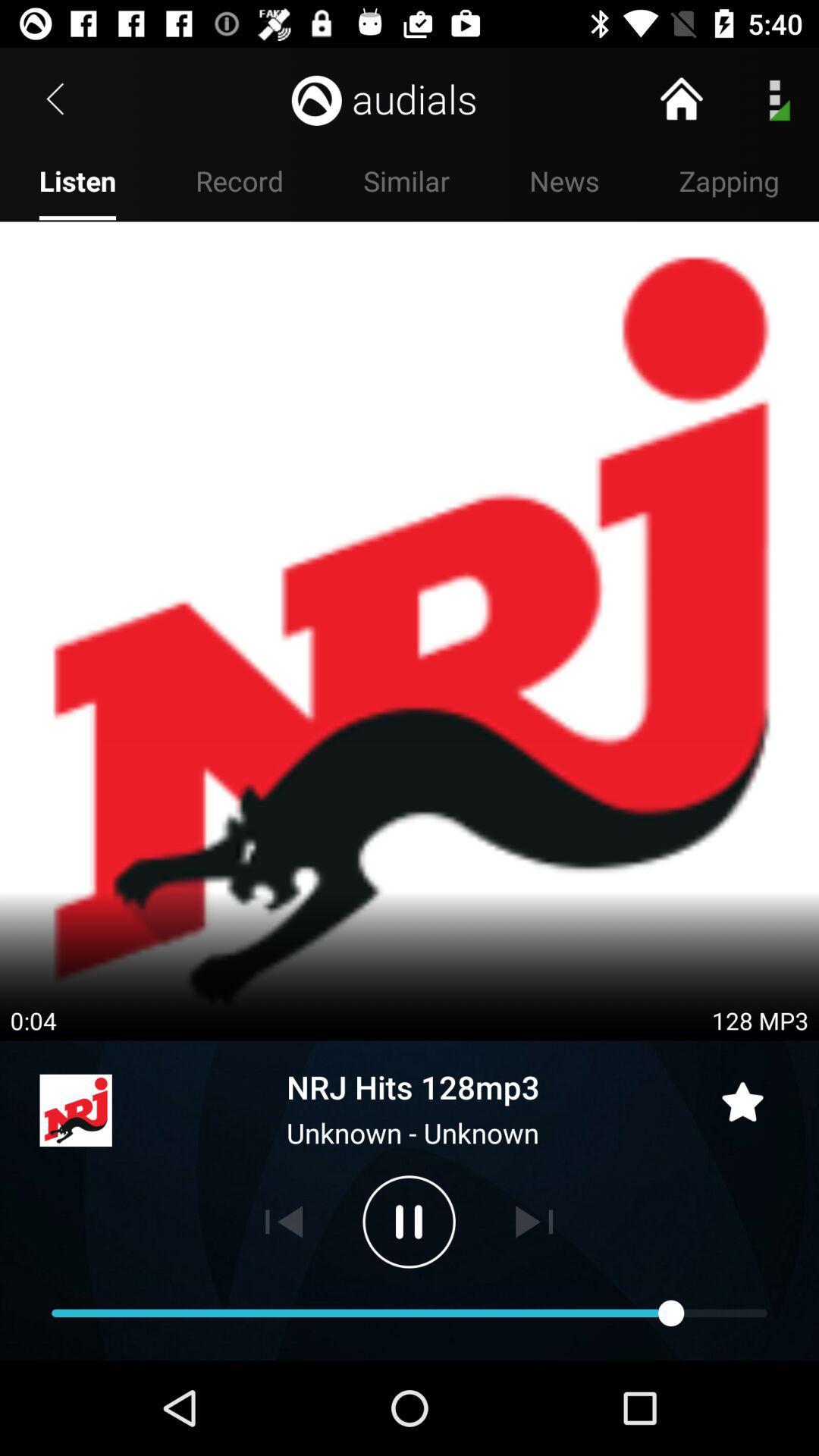 The image size is (819, 1456). Describe the element at coordinates (408, 1222) in the screenshot. I see `the pause icon` at that location.